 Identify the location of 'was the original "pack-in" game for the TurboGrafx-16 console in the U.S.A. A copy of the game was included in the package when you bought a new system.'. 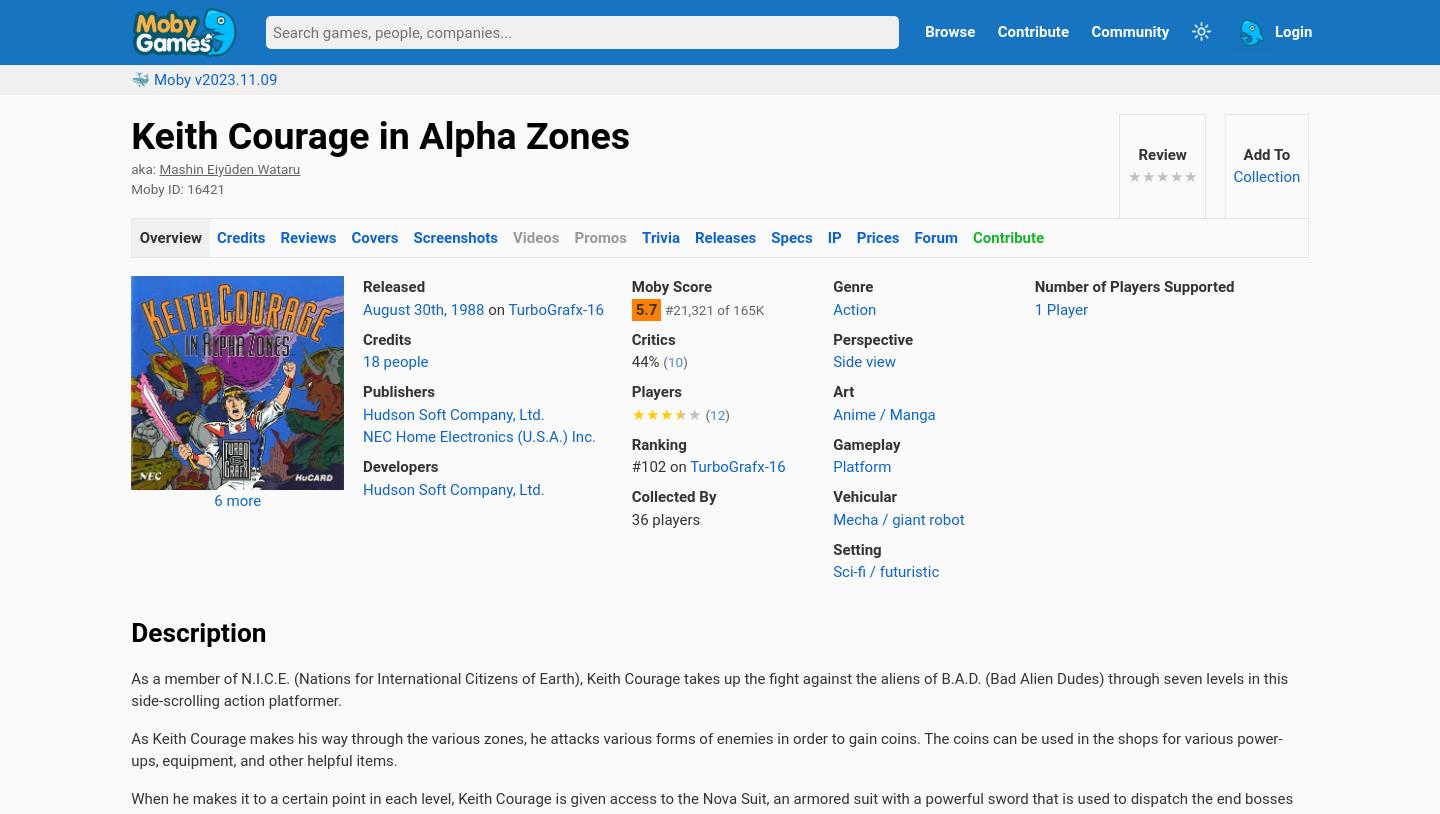
(717, 332).